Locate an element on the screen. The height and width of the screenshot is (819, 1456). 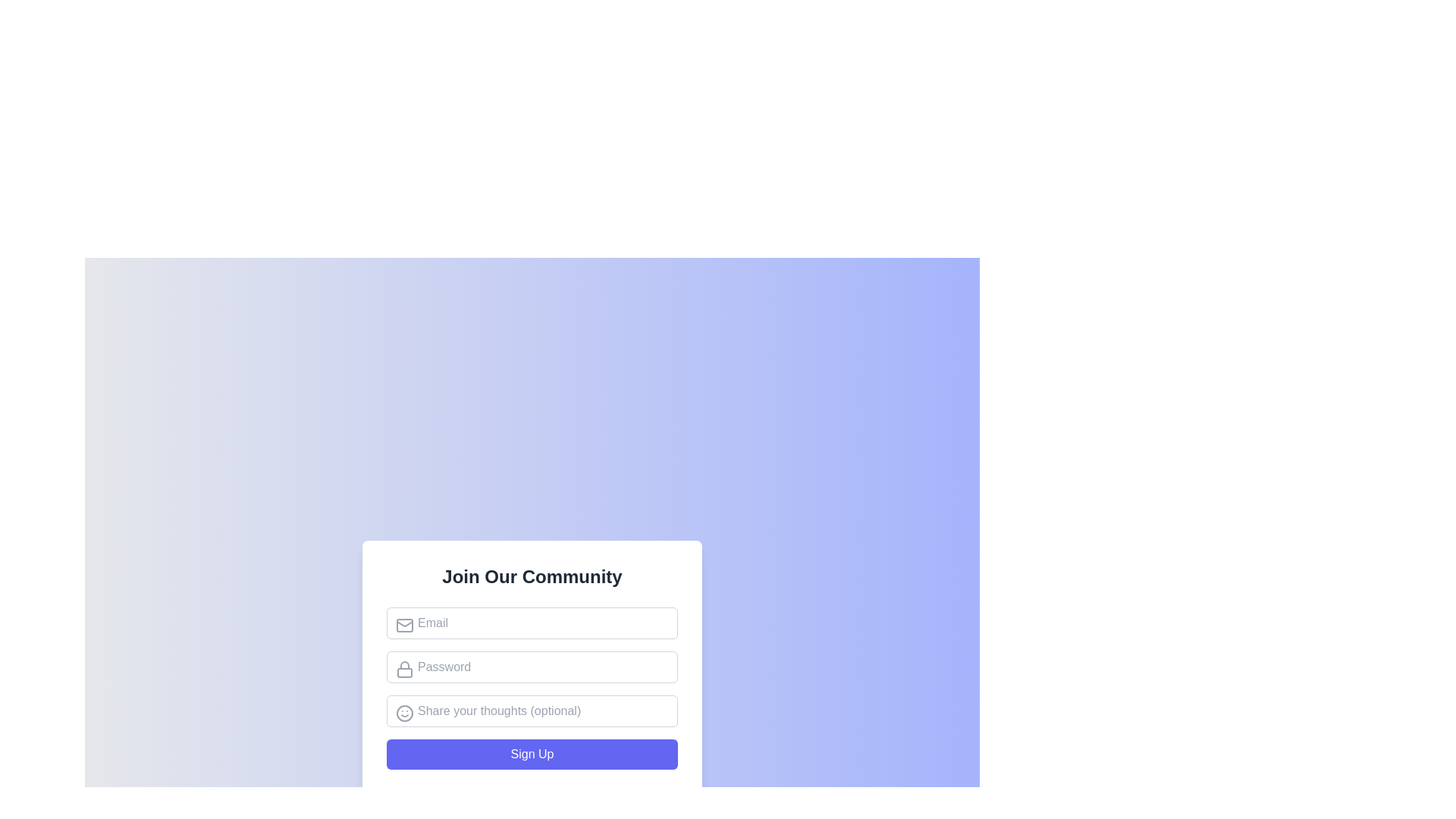
the smiley face icon located to the left of the input field labeled 'Share your thoughts (optional)', which is vertically aligned with the top of the field is located at coordinates (404, 714).